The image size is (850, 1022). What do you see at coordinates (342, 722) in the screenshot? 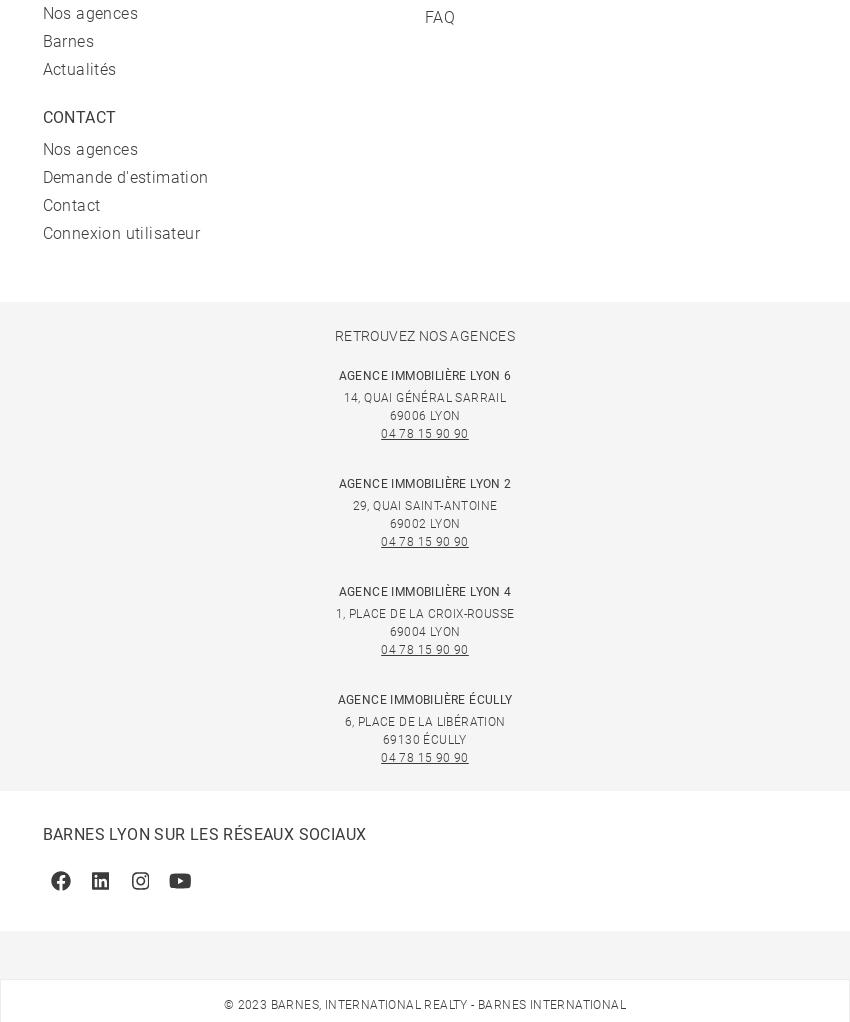
I see `'6, place de la Libération'` at bounding box center [342, 722].